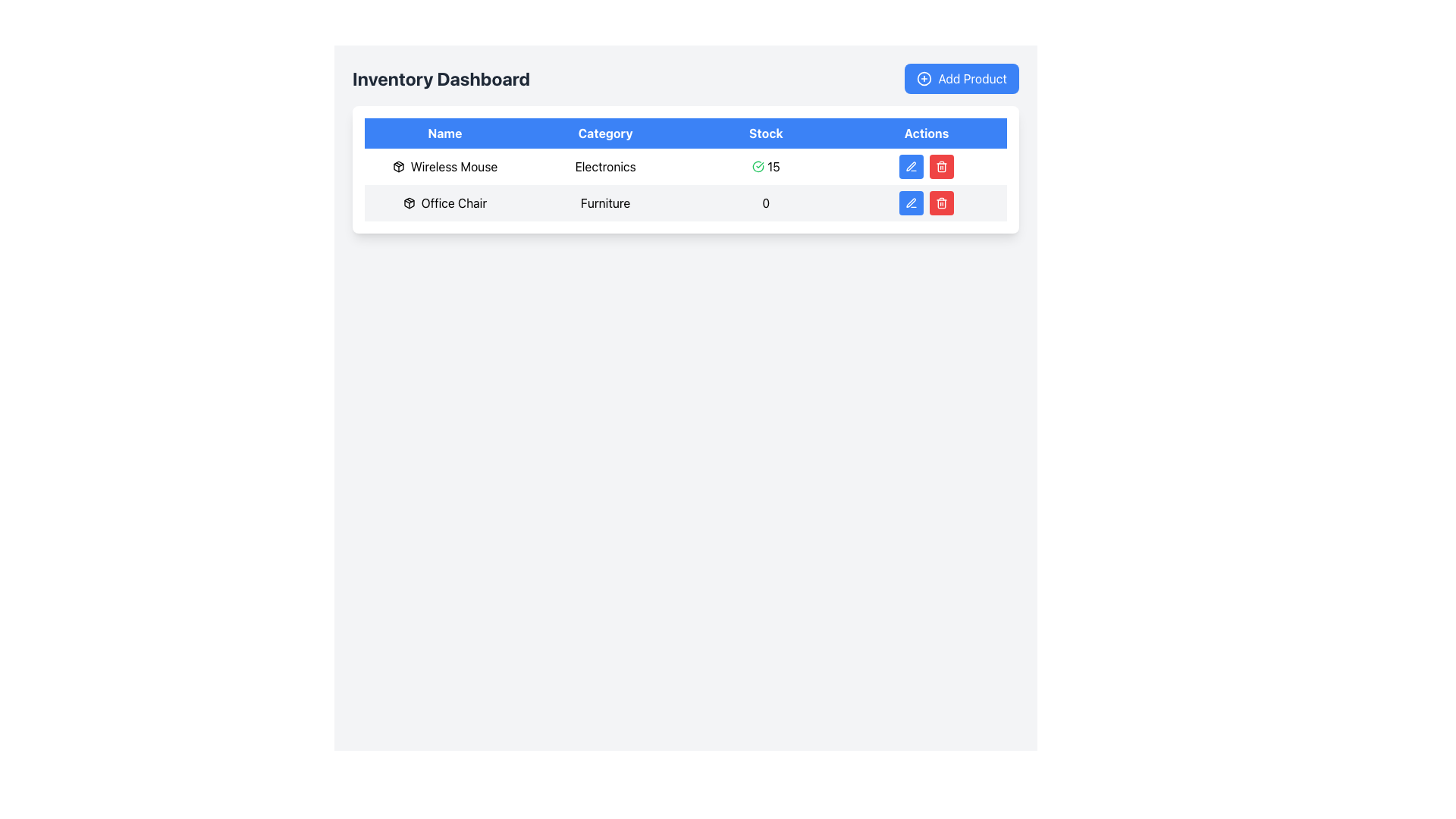  I want to click on the 'Office Chair' text and icon combination located, so click(444, 202).